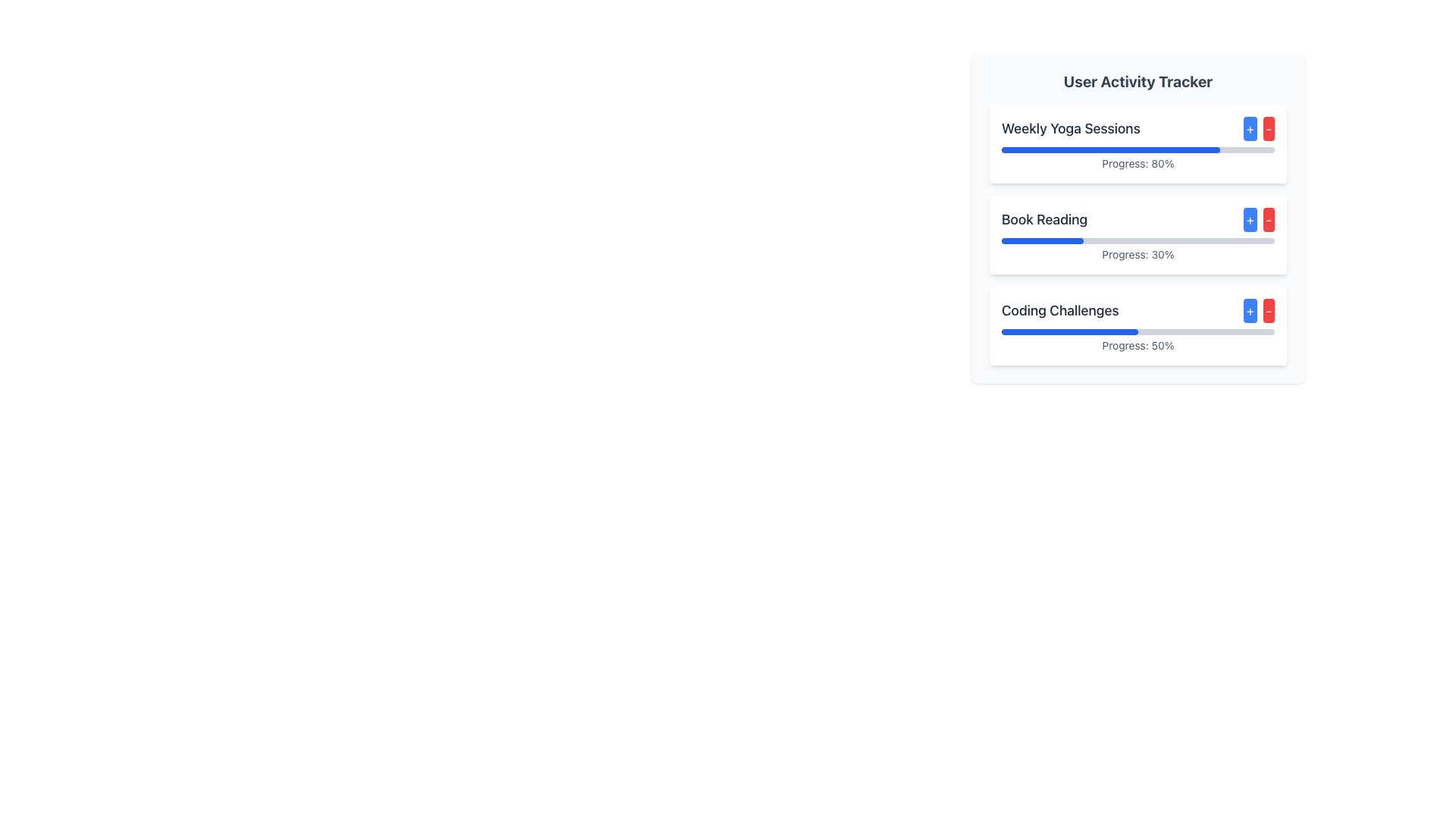  What do you see at coordinates (1059, 309) in the screenshot?
I see `the text label displaying 'Coding Challenges', which is prominently styled in bold dark gray font within the third card of progress trackers, located above a progress bar` at bounding box center [1059, 309].